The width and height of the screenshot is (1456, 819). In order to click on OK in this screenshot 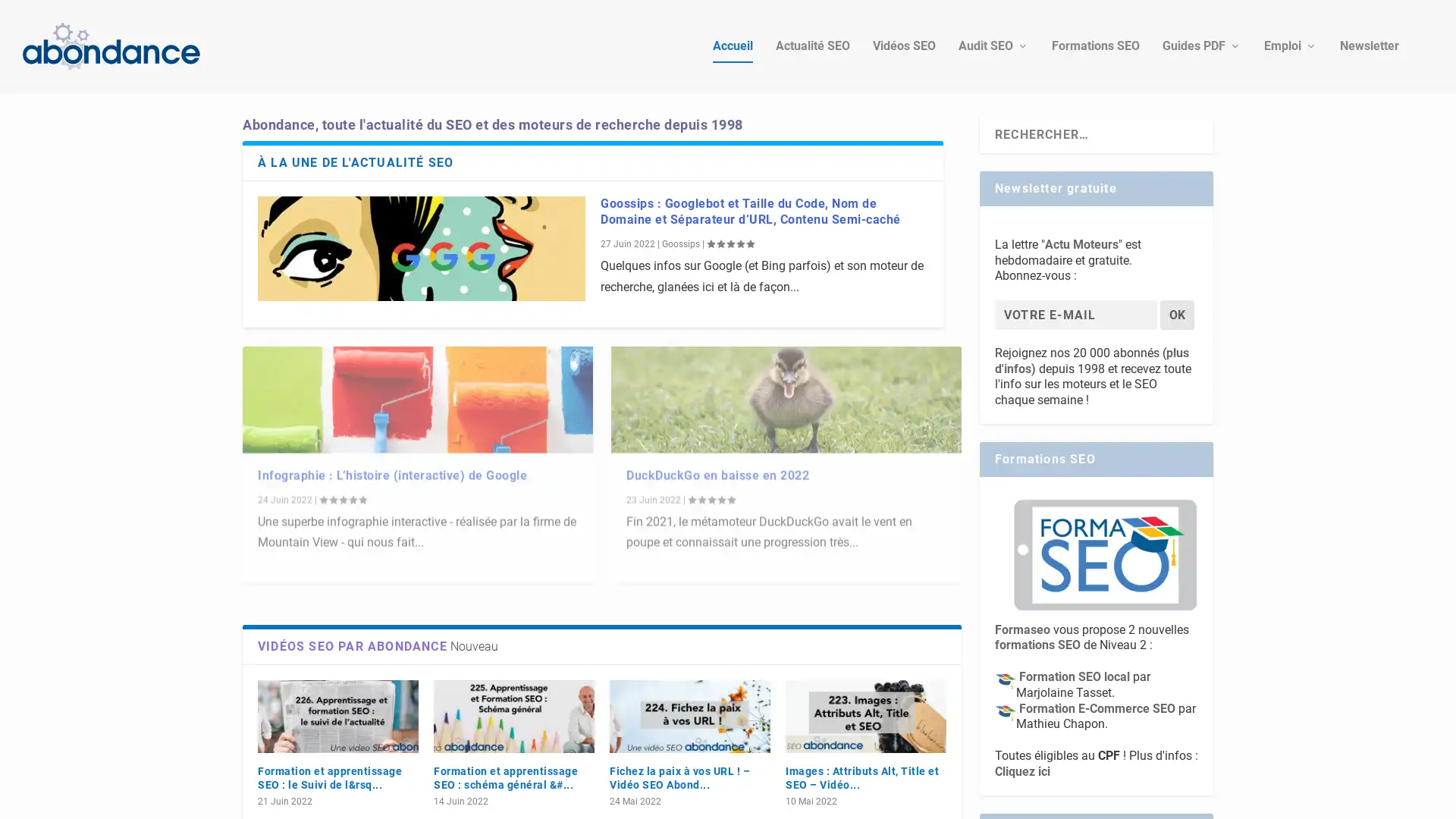, I will do `click(1176, 311)`.